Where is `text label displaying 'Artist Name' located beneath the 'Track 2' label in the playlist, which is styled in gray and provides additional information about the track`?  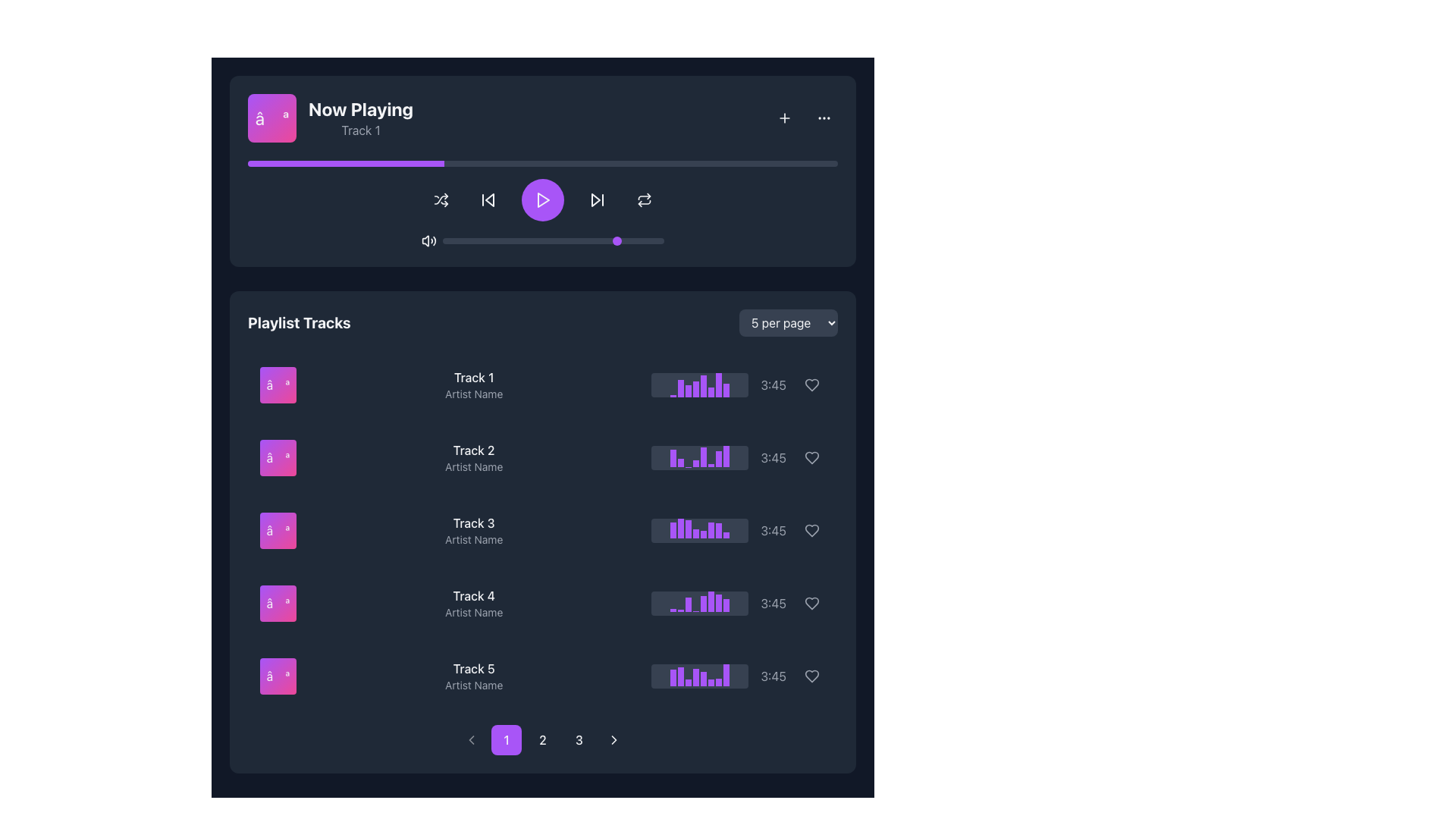 text label displaying 'Artist Name' located beneath the 'Track 2' label in the playlist, which is styled in gray and provides additional information about the track is located at coordinates (473, 466).